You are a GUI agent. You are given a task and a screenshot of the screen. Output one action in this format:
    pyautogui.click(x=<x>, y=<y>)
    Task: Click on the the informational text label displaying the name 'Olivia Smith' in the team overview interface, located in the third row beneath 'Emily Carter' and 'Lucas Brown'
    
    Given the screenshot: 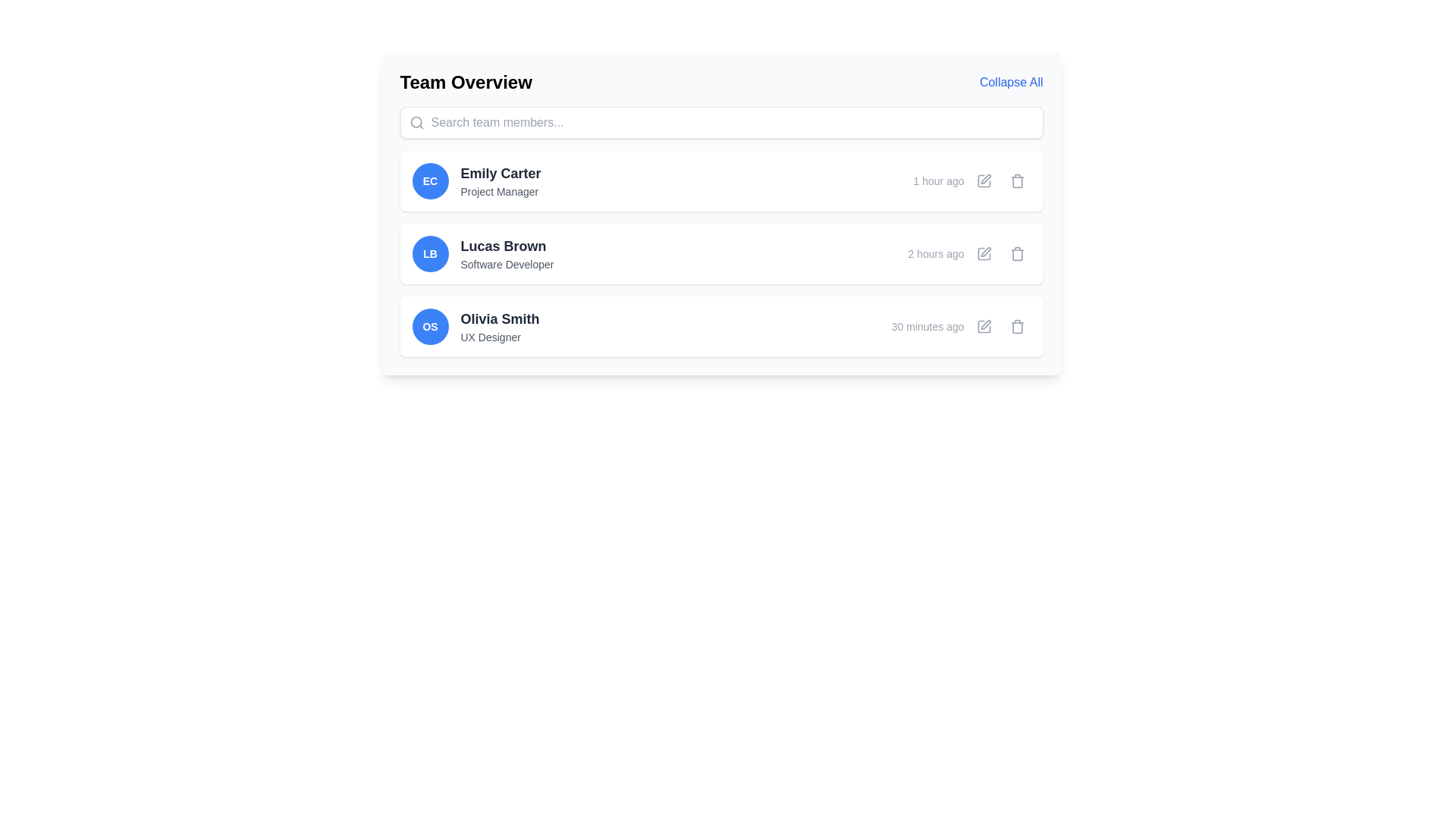 What is the action you would take?
    pyautogui.click(x=500, y=326)
    